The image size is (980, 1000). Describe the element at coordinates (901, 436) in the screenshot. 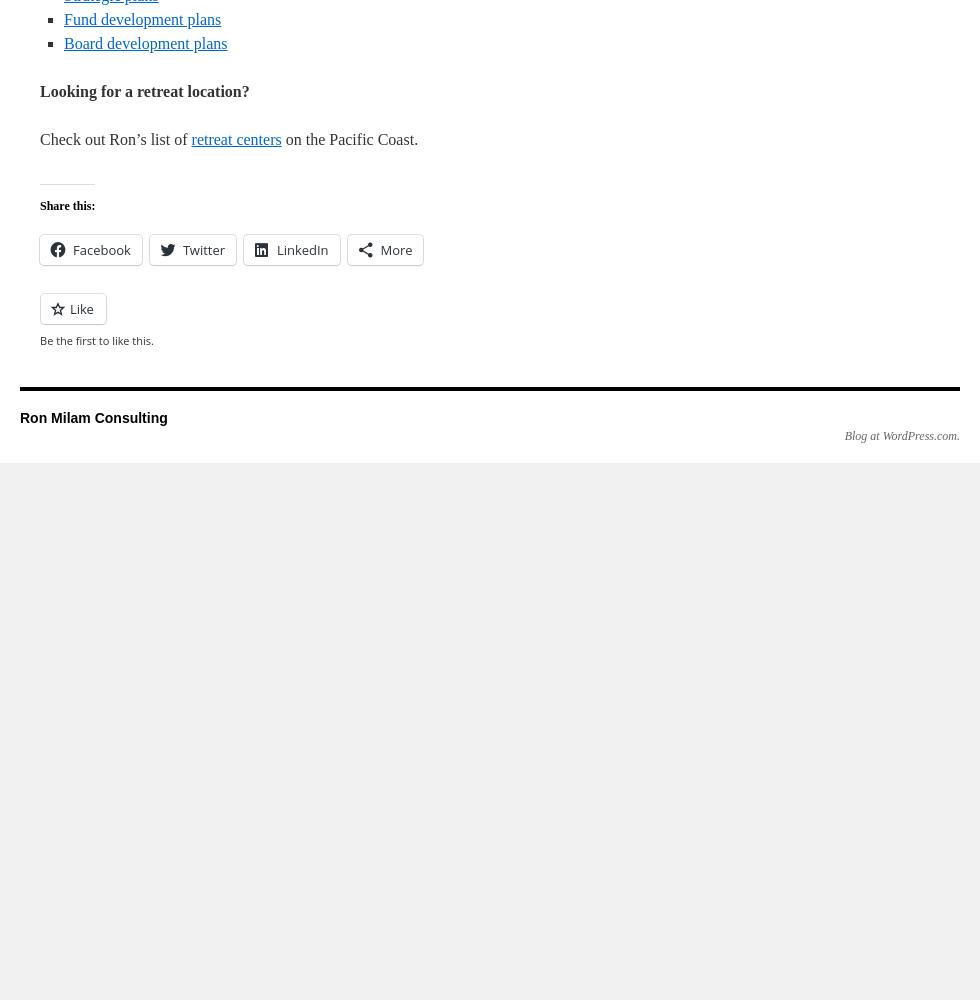

I see `'Blog at WordPress.com.'` at that location.